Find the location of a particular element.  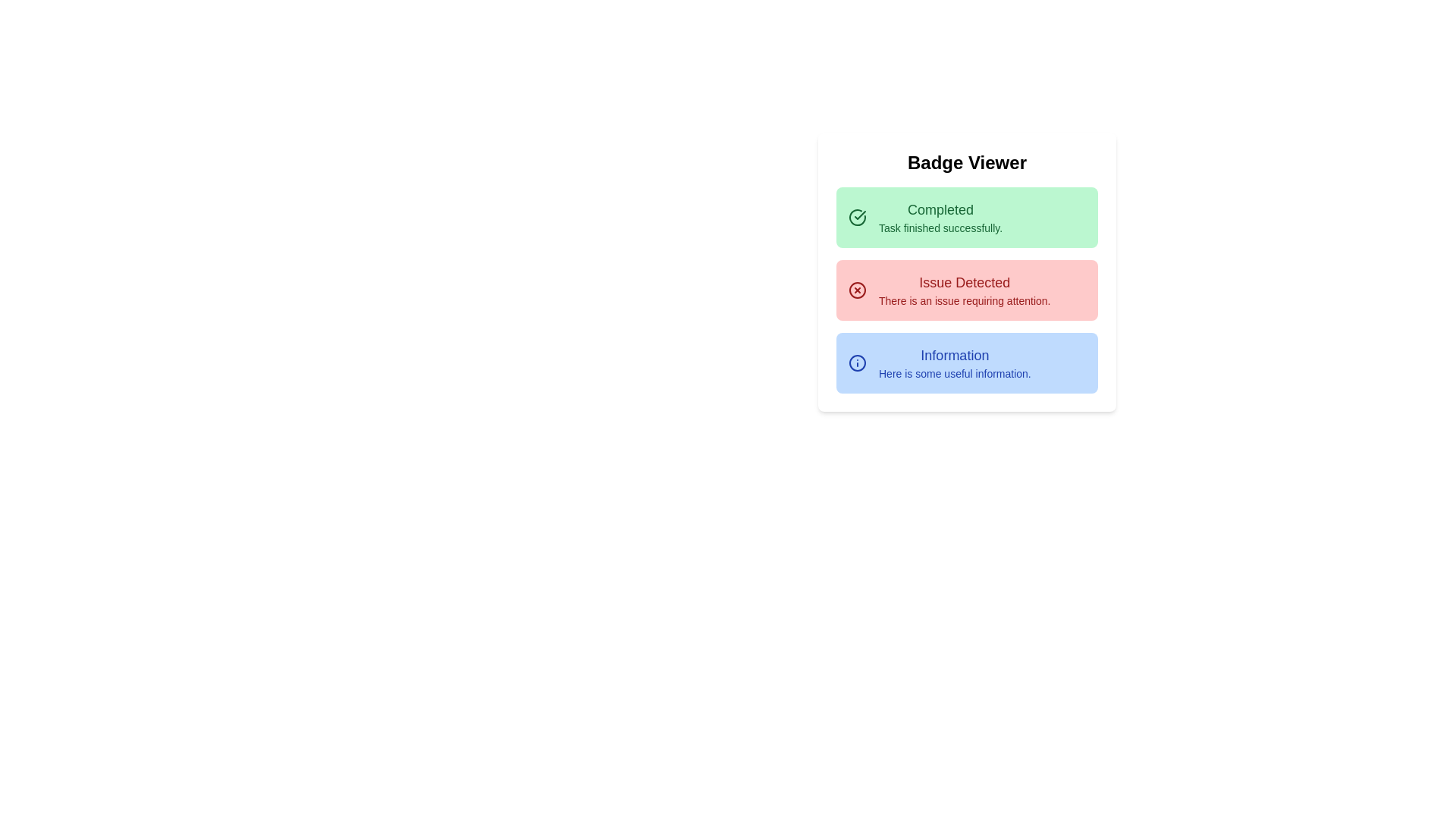

the 'Issue Detected' informational alert box text is located at coordinates (964, 290).